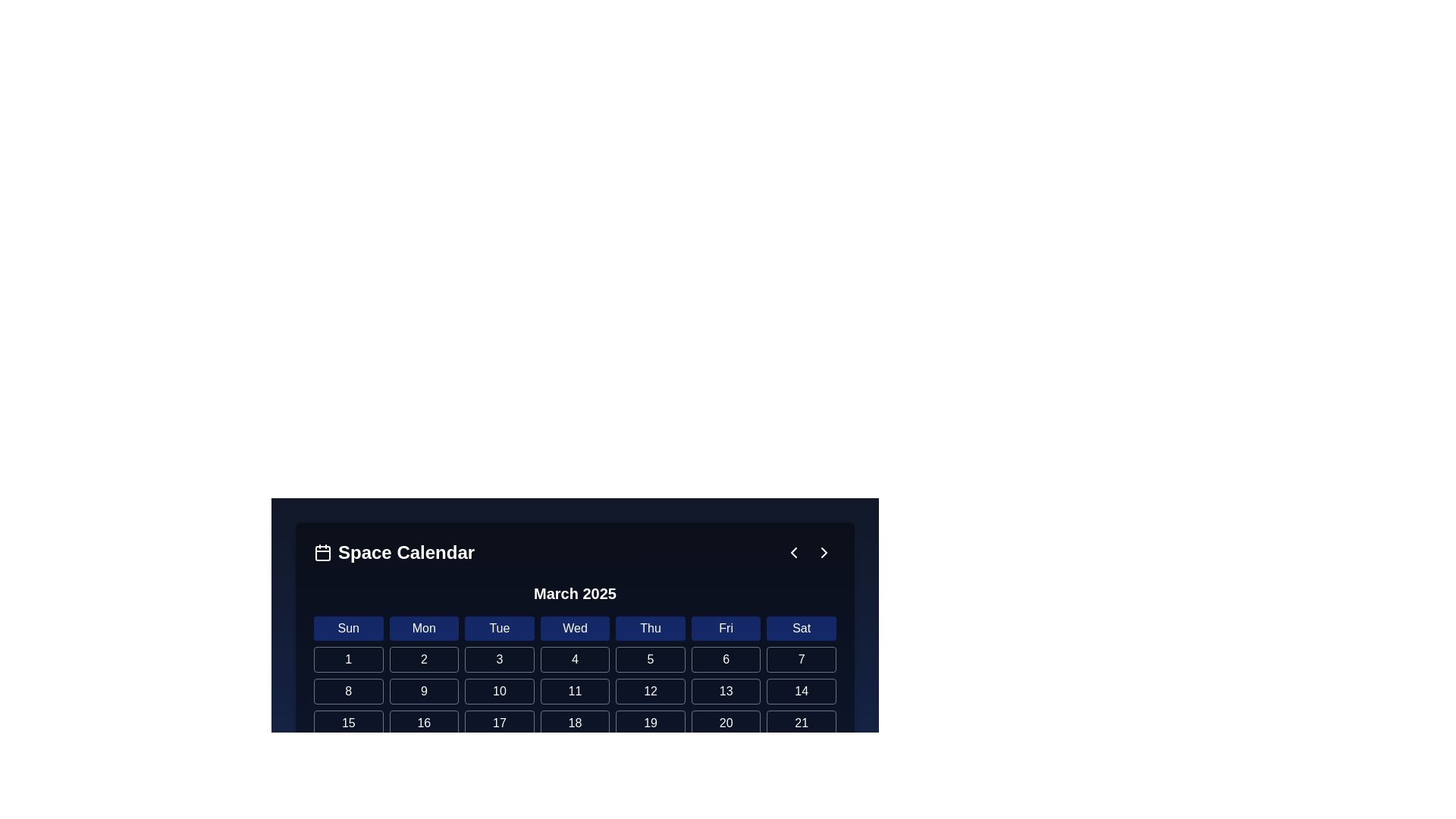 Image resolution: width=1456 pixels, height=819 pixels. Describe the element at coordinates (808, 553) in the screenshot. I see `the dual-button navigation control at the top right corner of the 'Space Calendar' section` at that location.